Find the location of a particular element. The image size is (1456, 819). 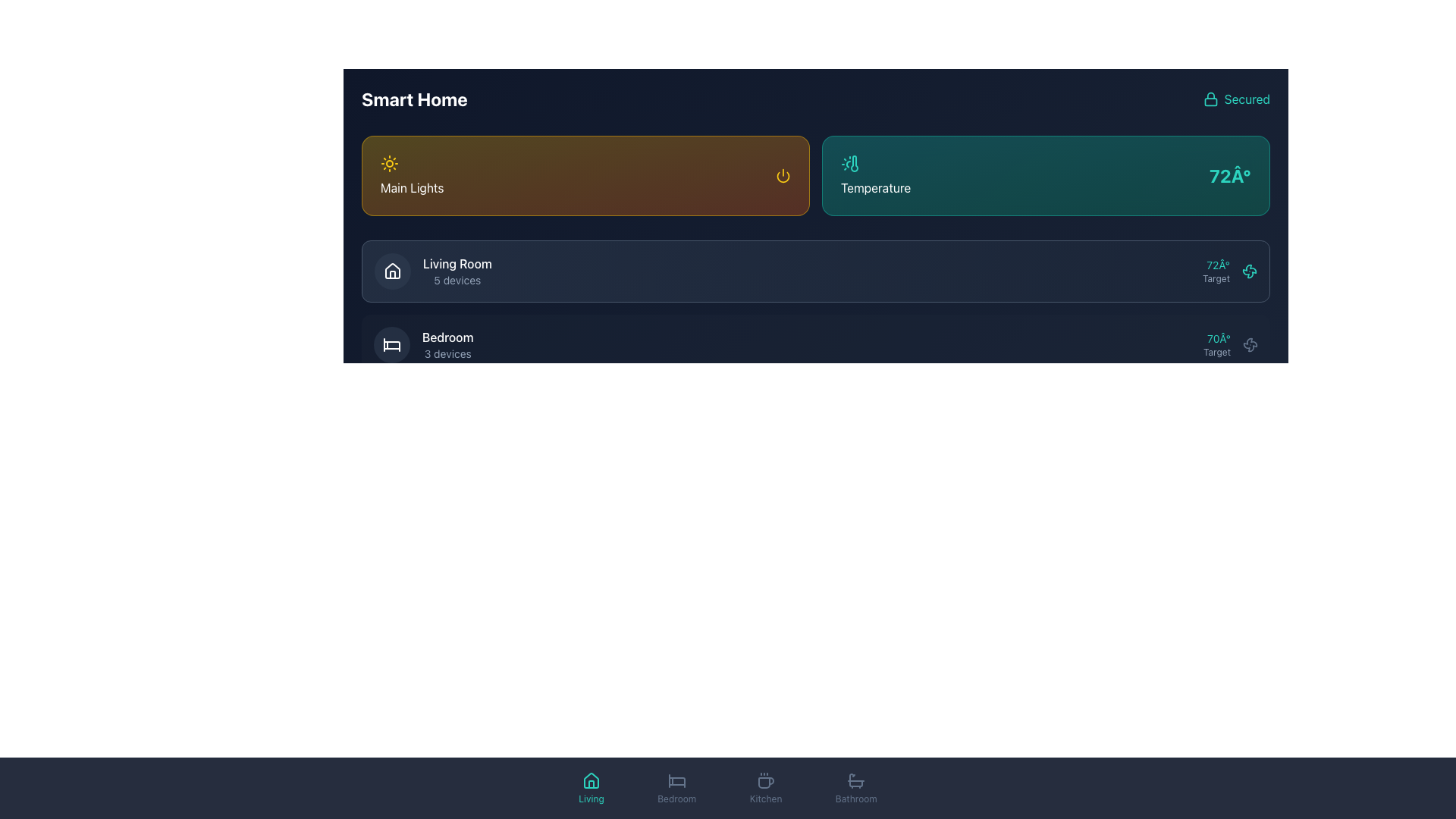

the 'Bedroom' Text Display element, which shows the number of devices present in that room (3 devices) is located at coordinates (447, 345).